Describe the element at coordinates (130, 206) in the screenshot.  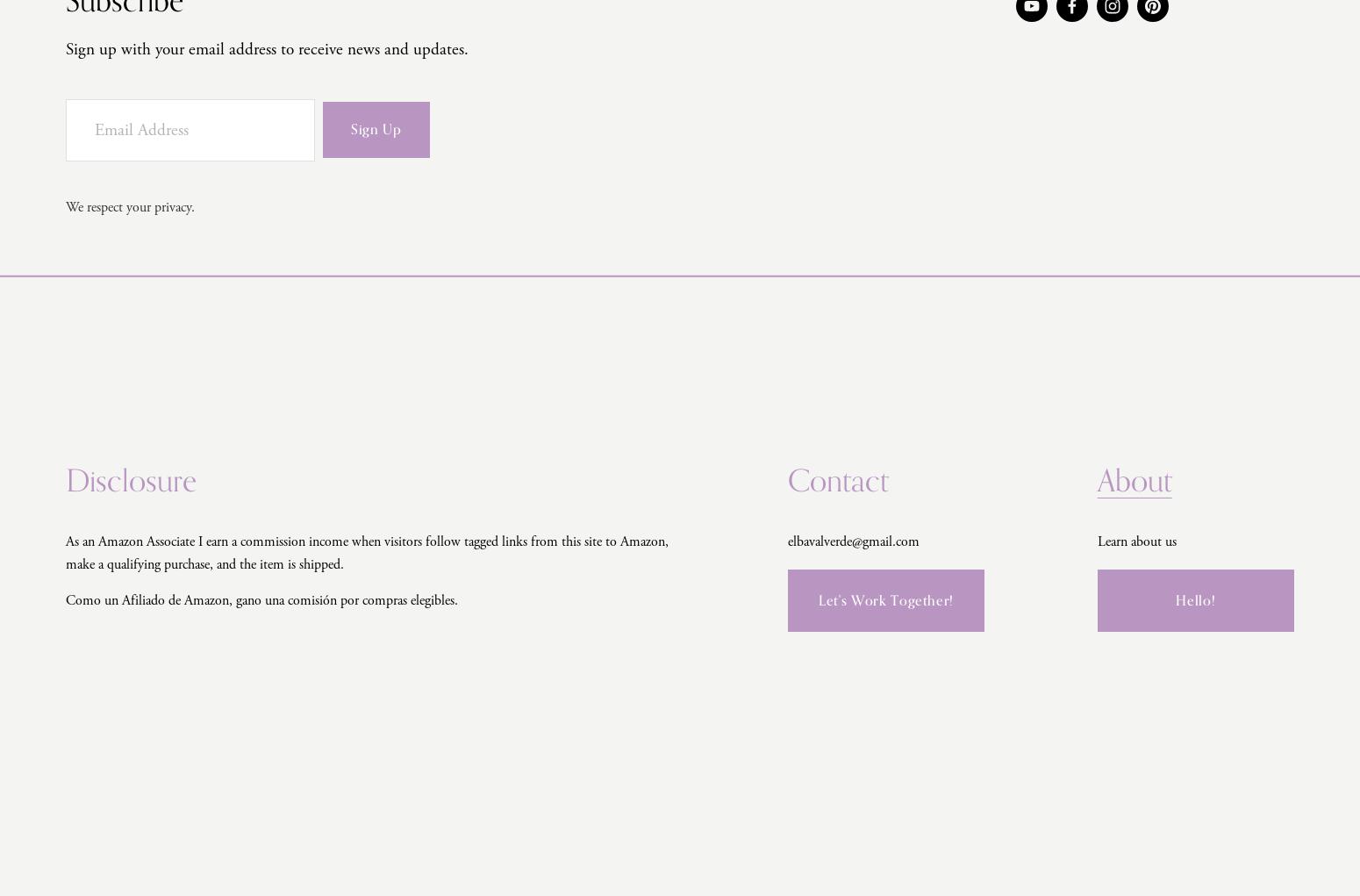
I see `'We respect your privacy.'` at that location.